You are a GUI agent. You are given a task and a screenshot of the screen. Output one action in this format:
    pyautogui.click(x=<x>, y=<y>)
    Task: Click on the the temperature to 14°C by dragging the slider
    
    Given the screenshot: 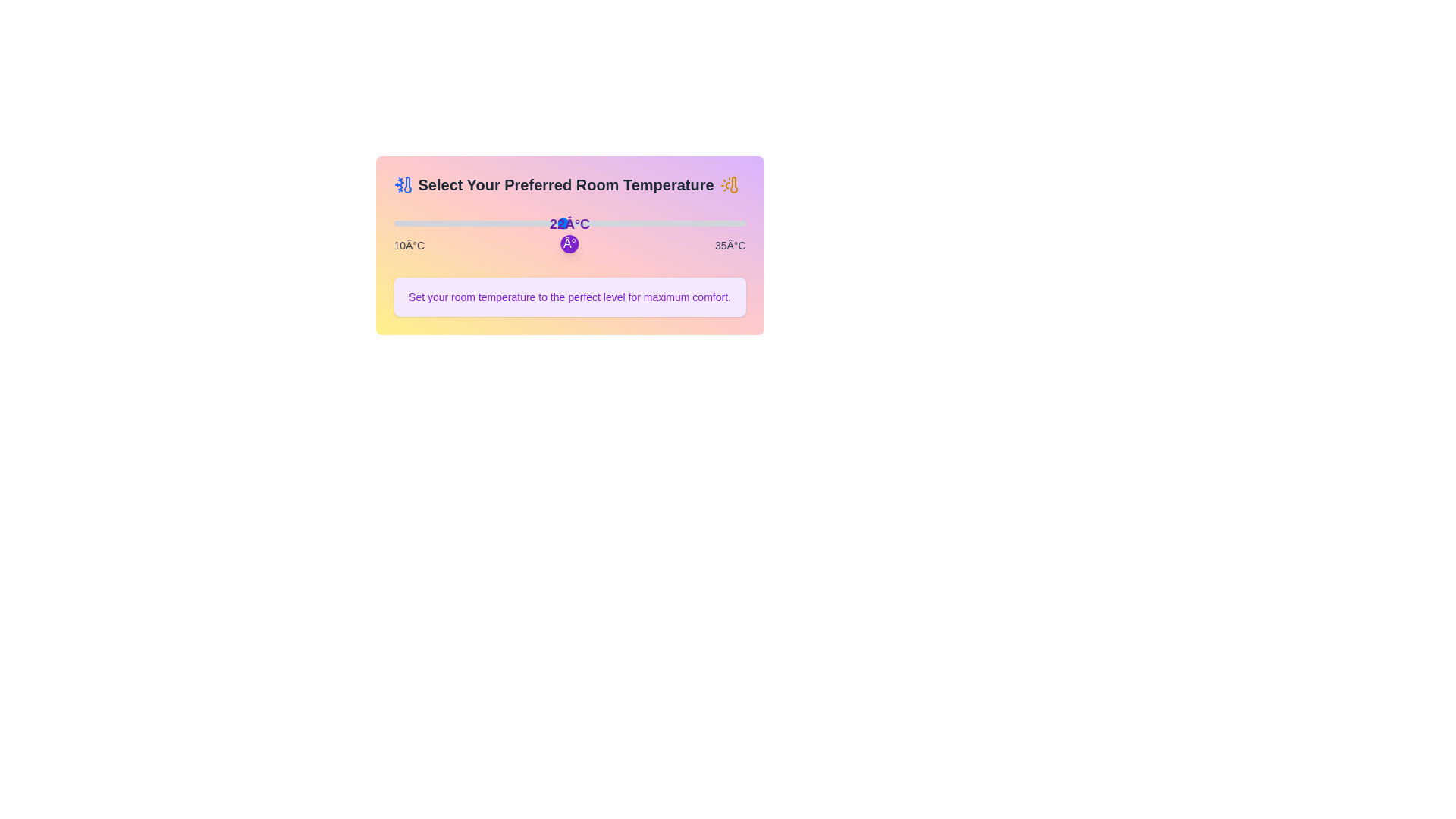 What is the action you would take?
    pyautogui.click(x=449, y=223)
    